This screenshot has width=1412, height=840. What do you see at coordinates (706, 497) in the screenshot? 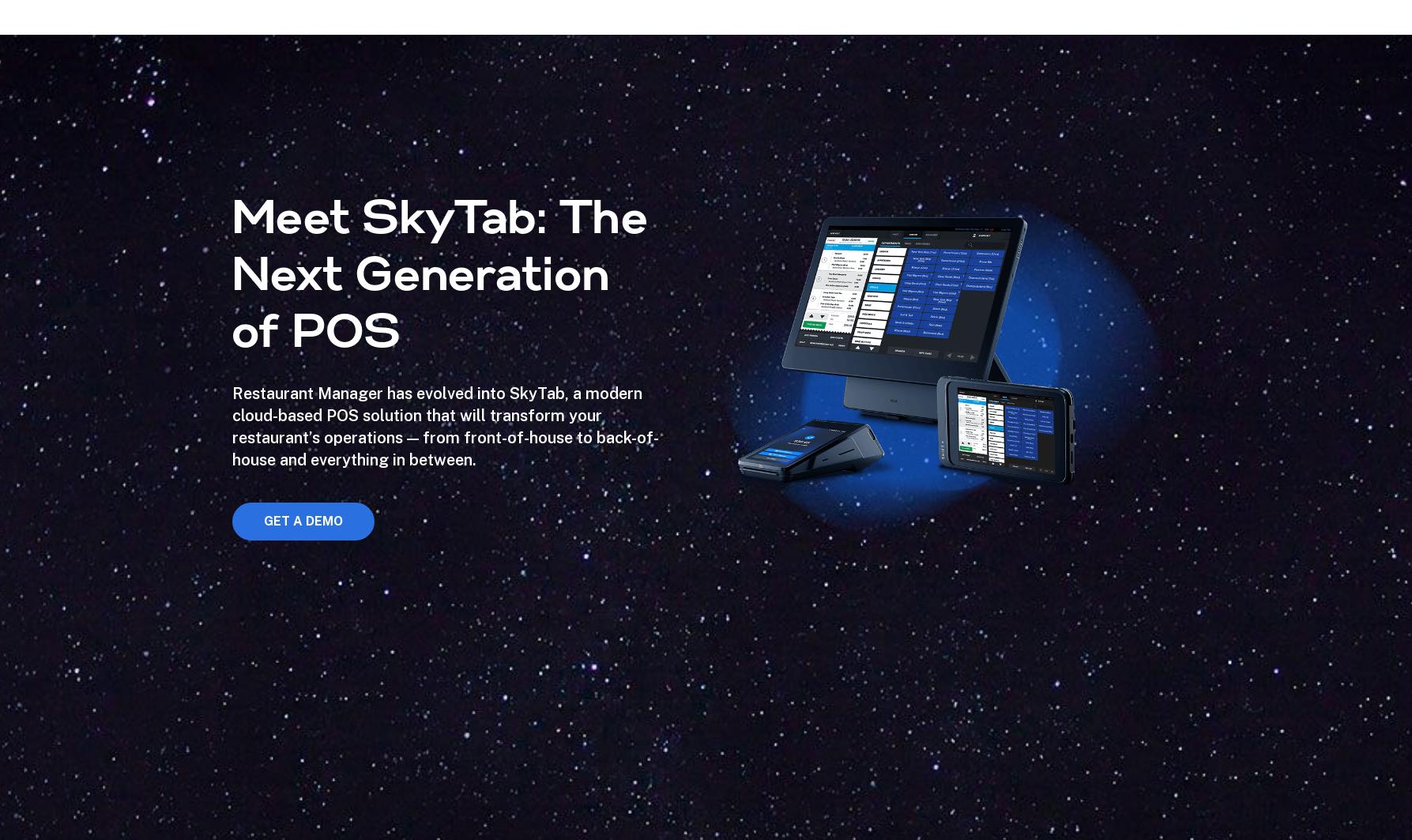
I see `'Get a Free Demo of SkyTab'` at bounding box center [706, 497].